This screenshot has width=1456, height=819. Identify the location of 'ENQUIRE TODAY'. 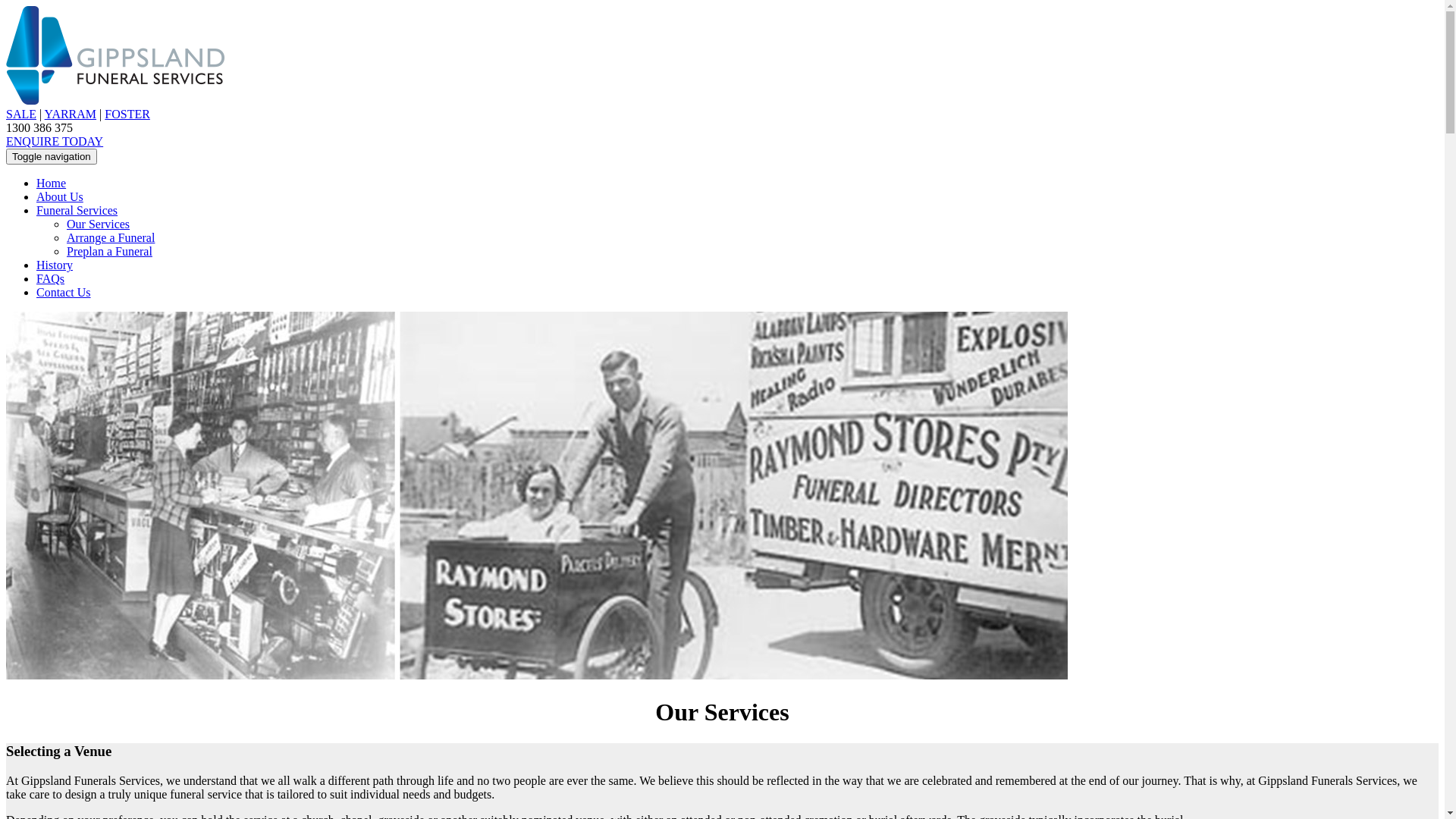
(55, 141).